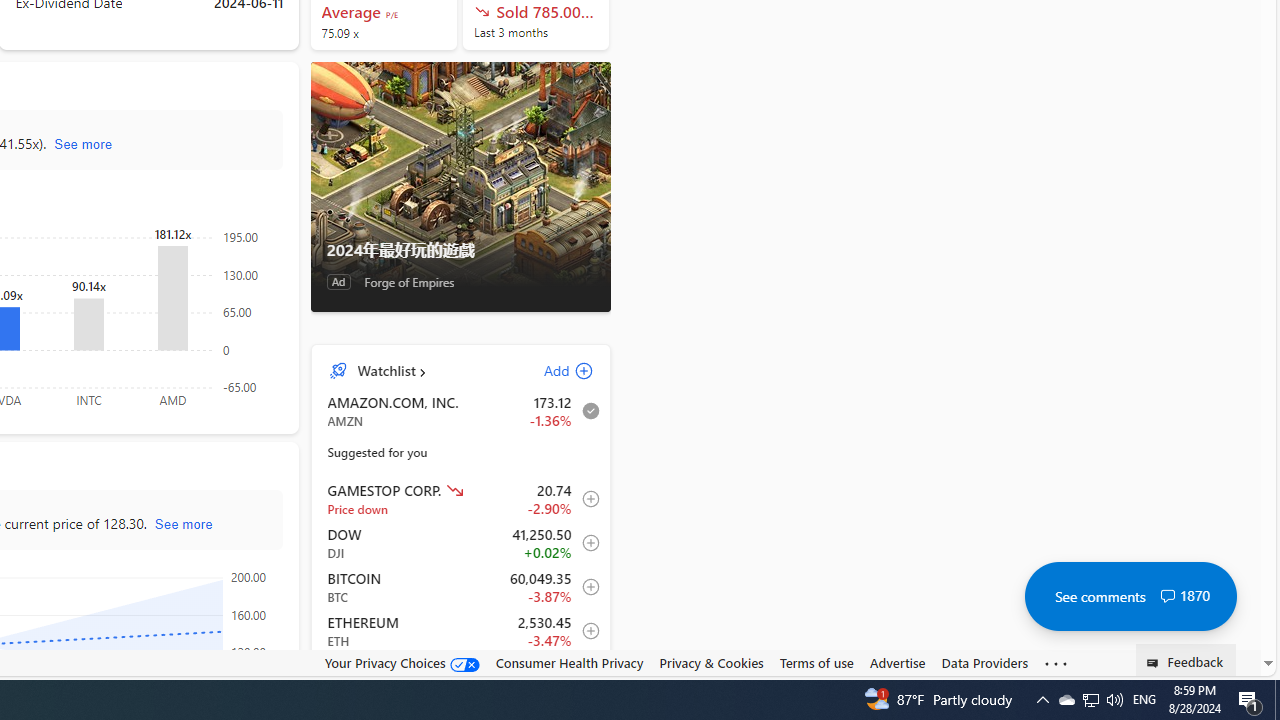  Describe the element at coordinates (896, 663) in the screenshot. I see `'Advertise'` at that location.